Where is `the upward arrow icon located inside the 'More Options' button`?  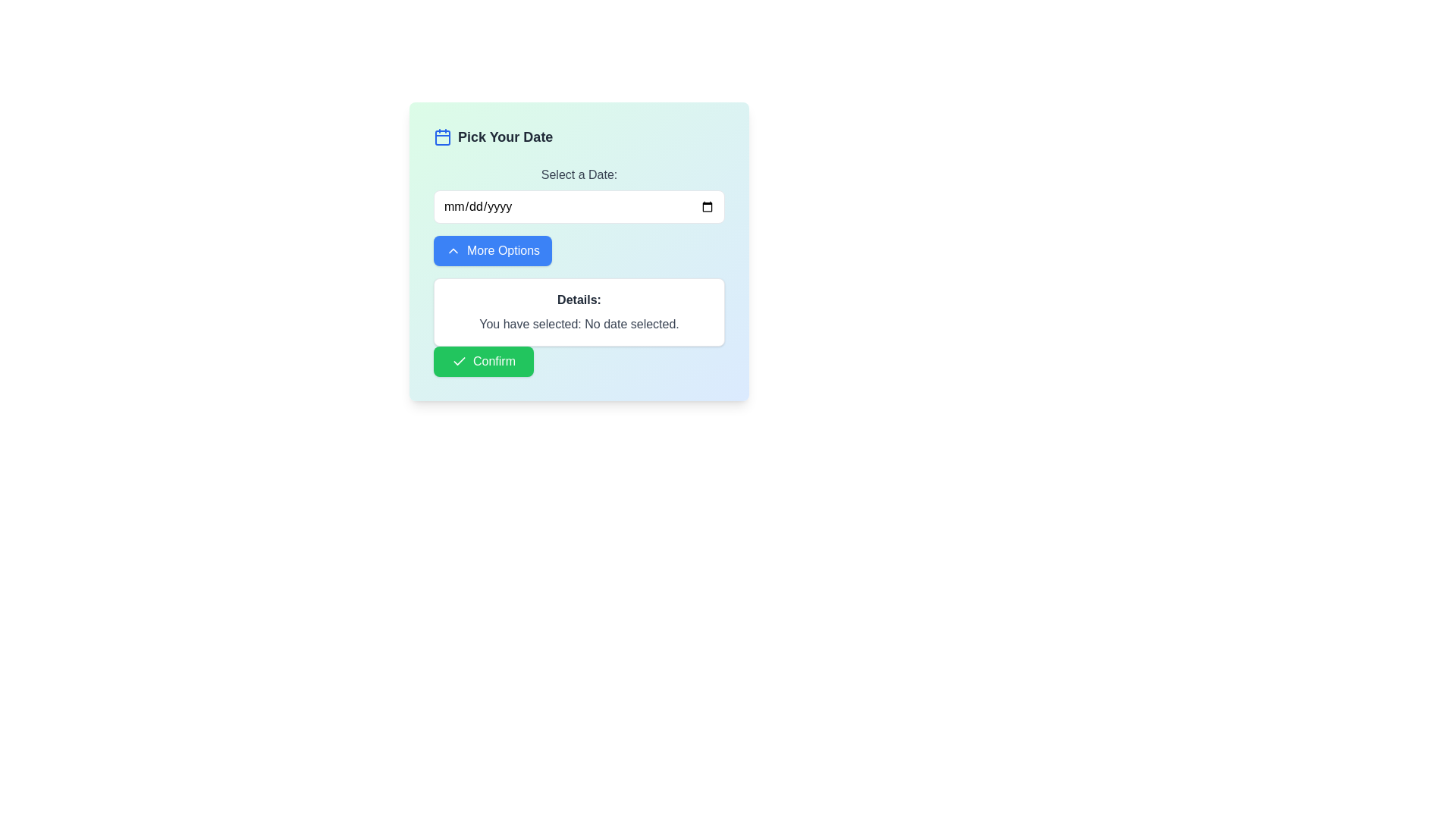 the upward arrow icon located inside the 'More Options' button is located at coordinates (453, 250).